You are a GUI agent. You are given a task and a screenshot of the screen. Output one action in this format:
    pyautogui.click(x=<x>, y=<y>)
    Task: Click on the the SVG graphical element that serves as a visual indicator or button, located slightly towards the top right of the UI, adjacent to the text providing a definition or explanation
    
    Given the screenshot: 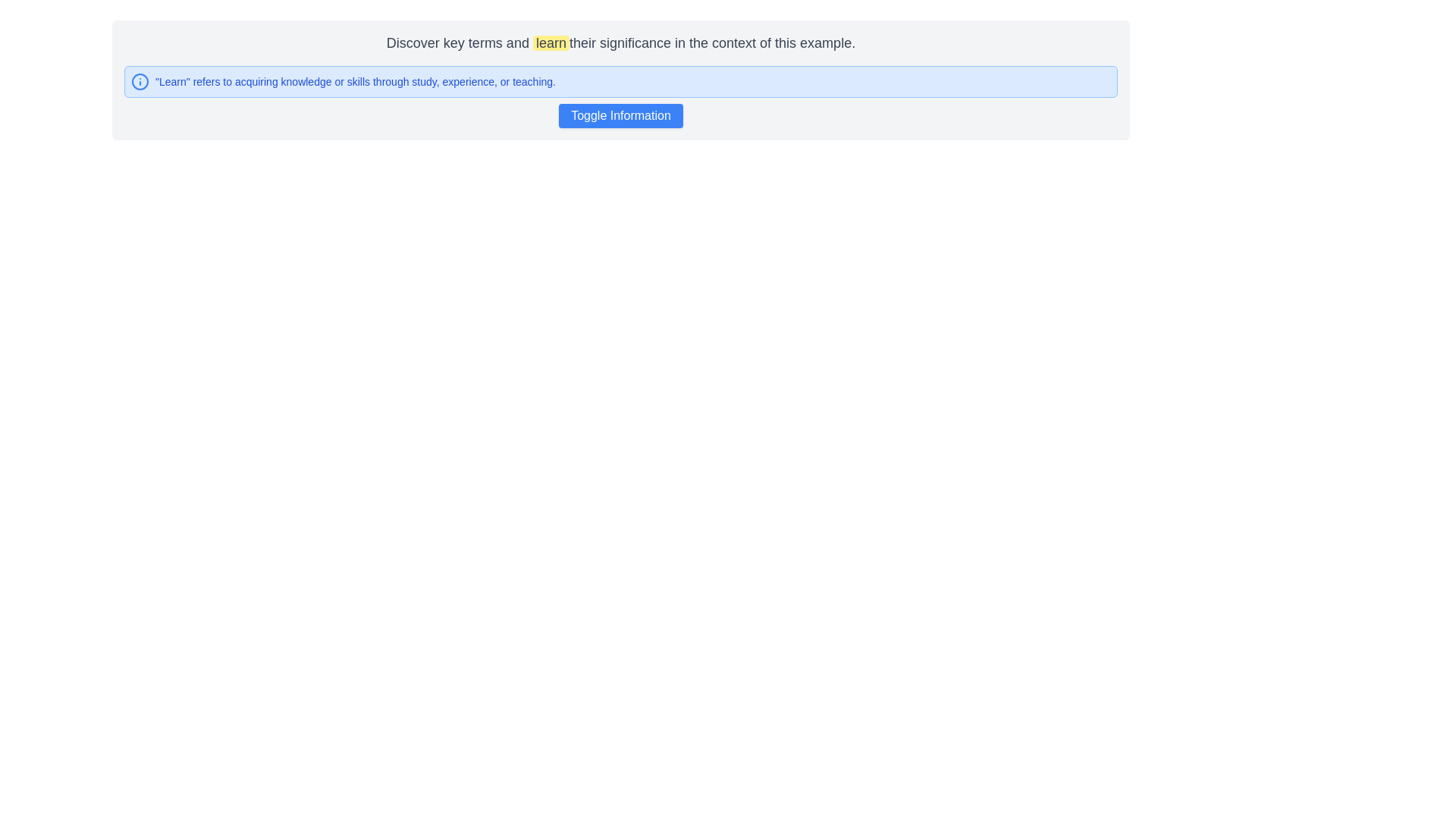 What is the action you would take?
    pyautogui.click(x=140, y=82)
    